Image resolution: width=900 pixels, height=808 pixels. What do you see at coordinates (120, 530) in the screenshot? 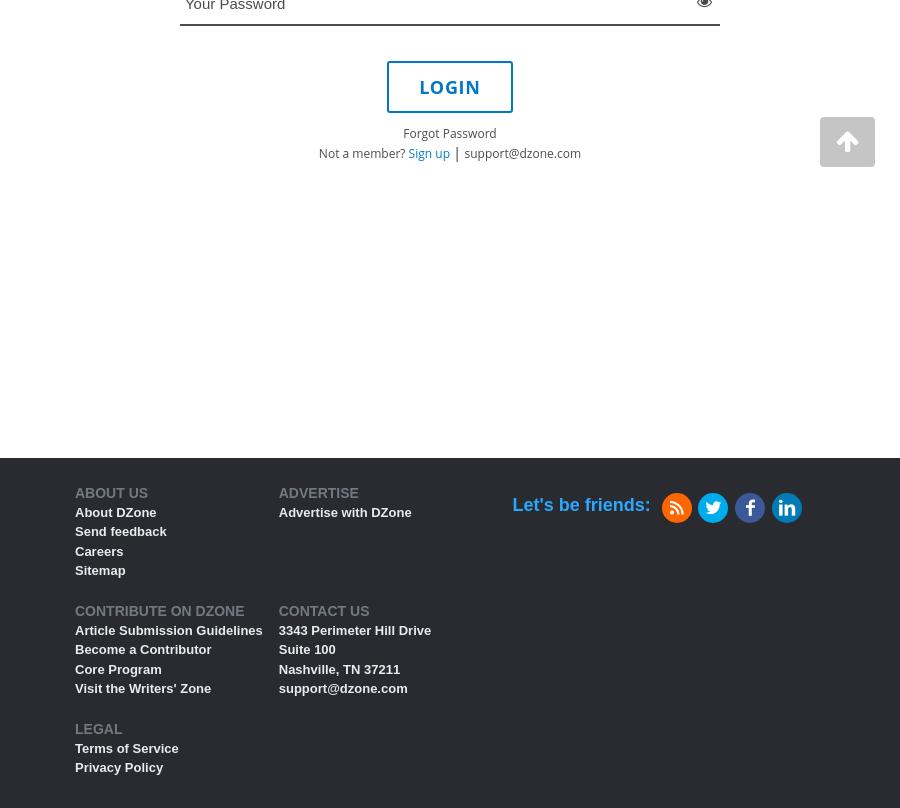
I see `'Send feedback'` at bounding box center [120, 530].